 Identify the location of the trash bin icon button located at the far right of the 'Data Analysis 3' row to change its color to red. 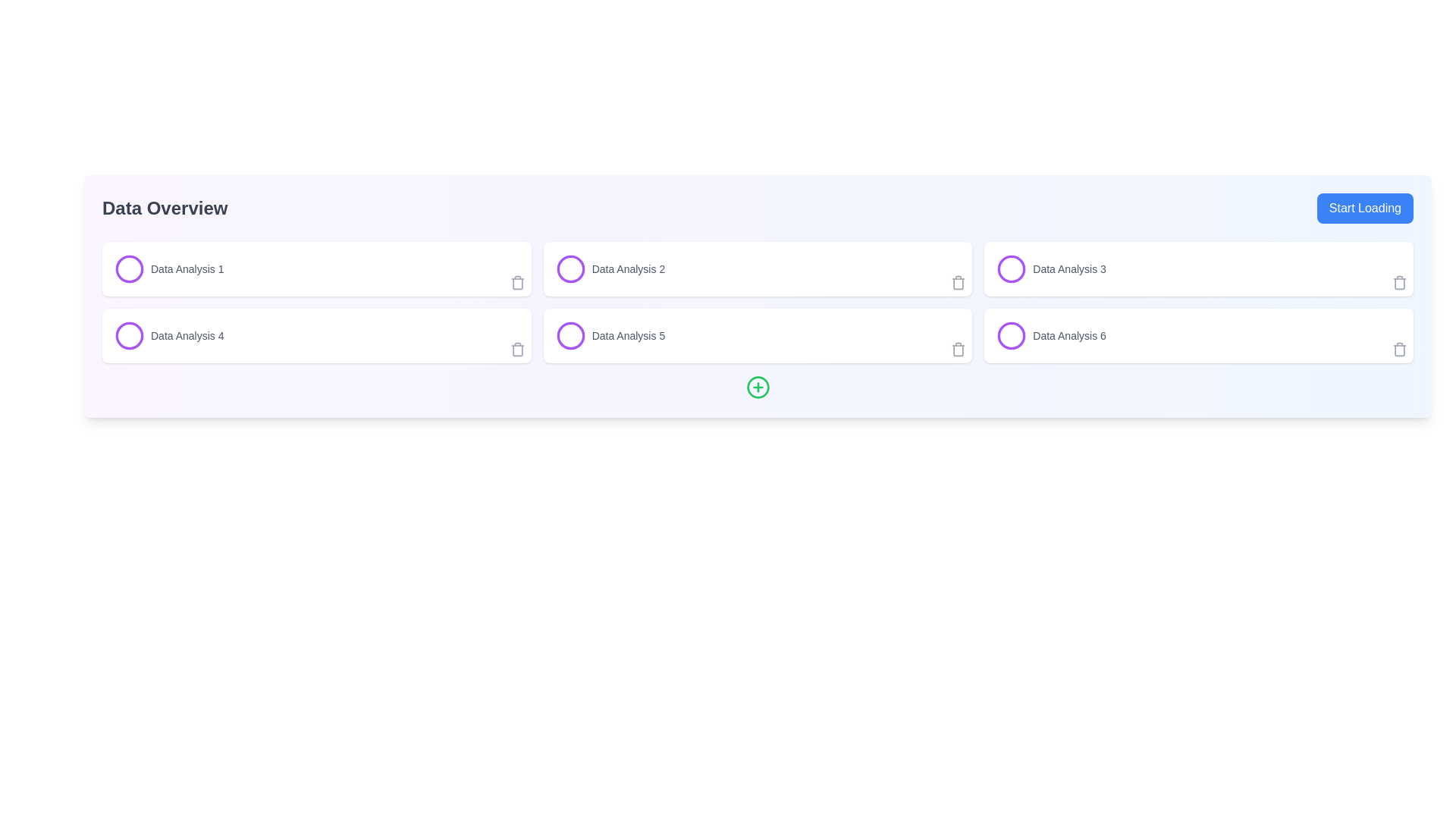
(1399, 283).